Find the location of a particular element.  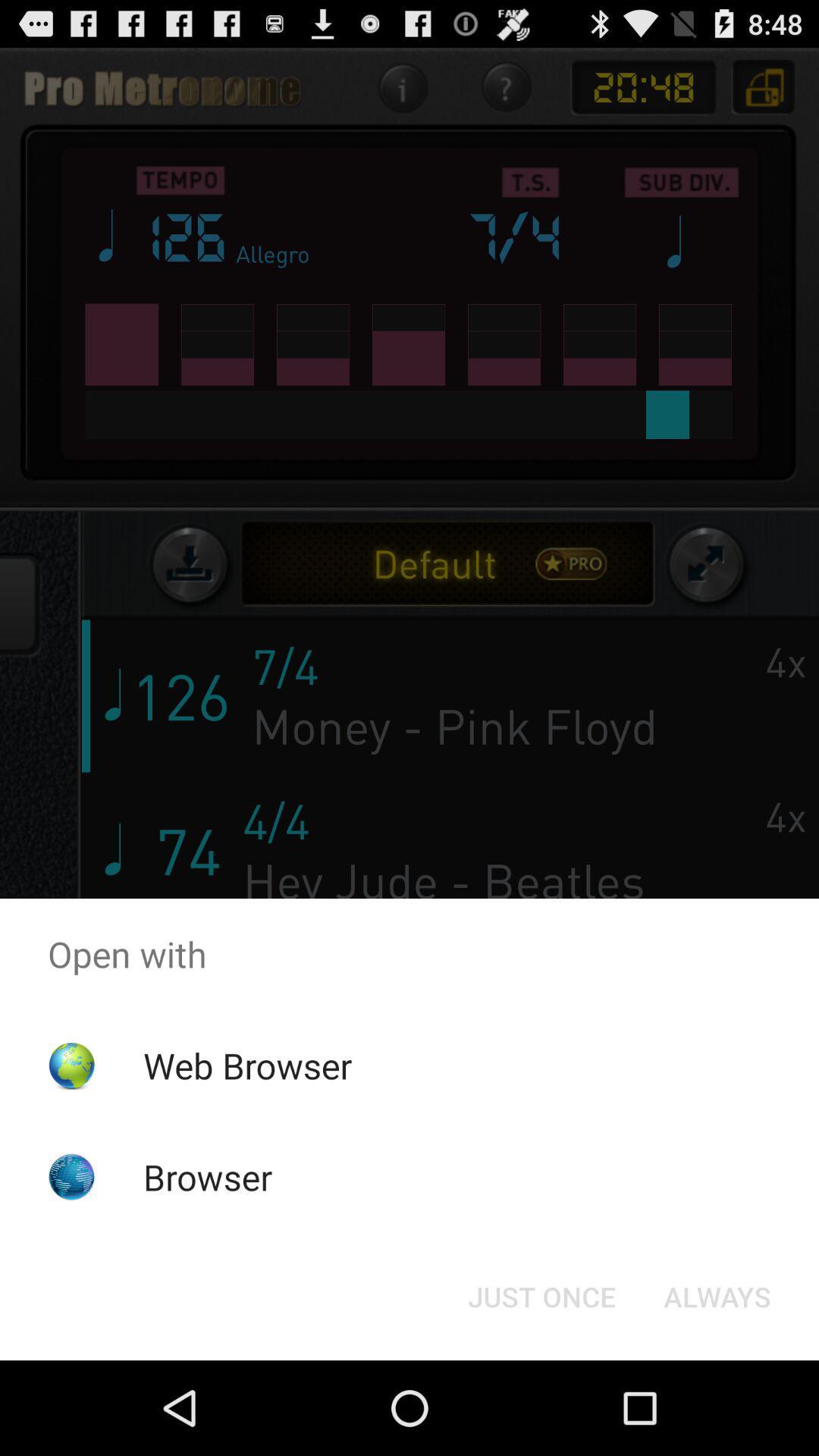

the icon to the right of the just once is located at coordinates (717, 1295).